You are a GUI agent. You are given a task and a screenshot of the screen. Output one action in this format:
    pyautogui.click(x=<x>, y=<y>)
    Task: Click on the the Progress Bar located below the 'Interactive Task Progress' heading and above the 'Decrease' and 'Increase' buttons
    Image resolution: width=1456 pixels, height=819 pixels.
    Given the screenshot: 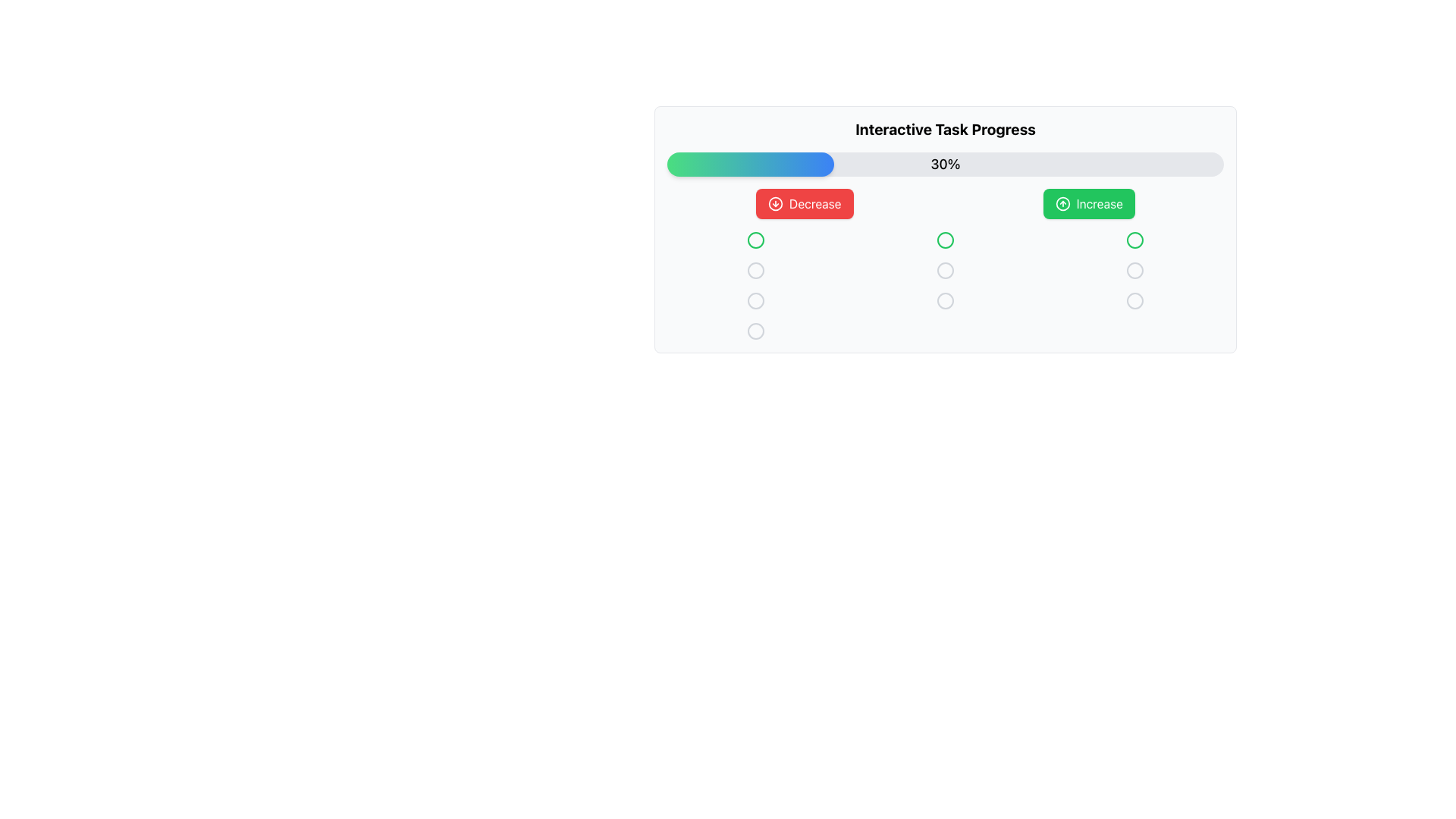 What is the action you would take?
    pyautogui.click(x=945, y=164)
    